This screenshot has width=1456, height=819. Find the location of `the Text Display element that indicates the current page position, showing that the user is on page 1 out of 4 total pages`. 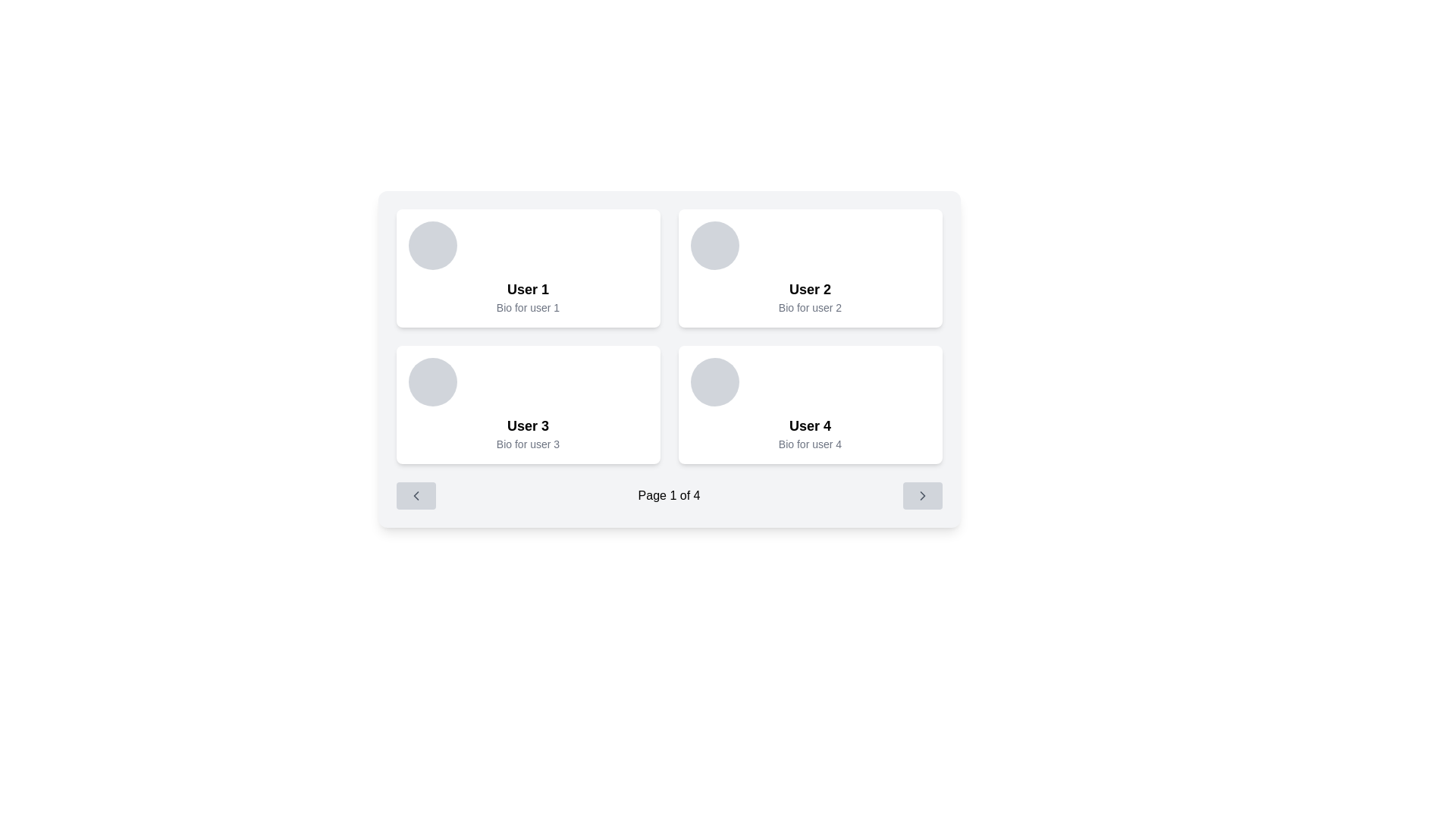

the Text Display element that indicates the current page position, showing that the user is on page 1 out of 4 total pages is located at coordinates (668, 496).